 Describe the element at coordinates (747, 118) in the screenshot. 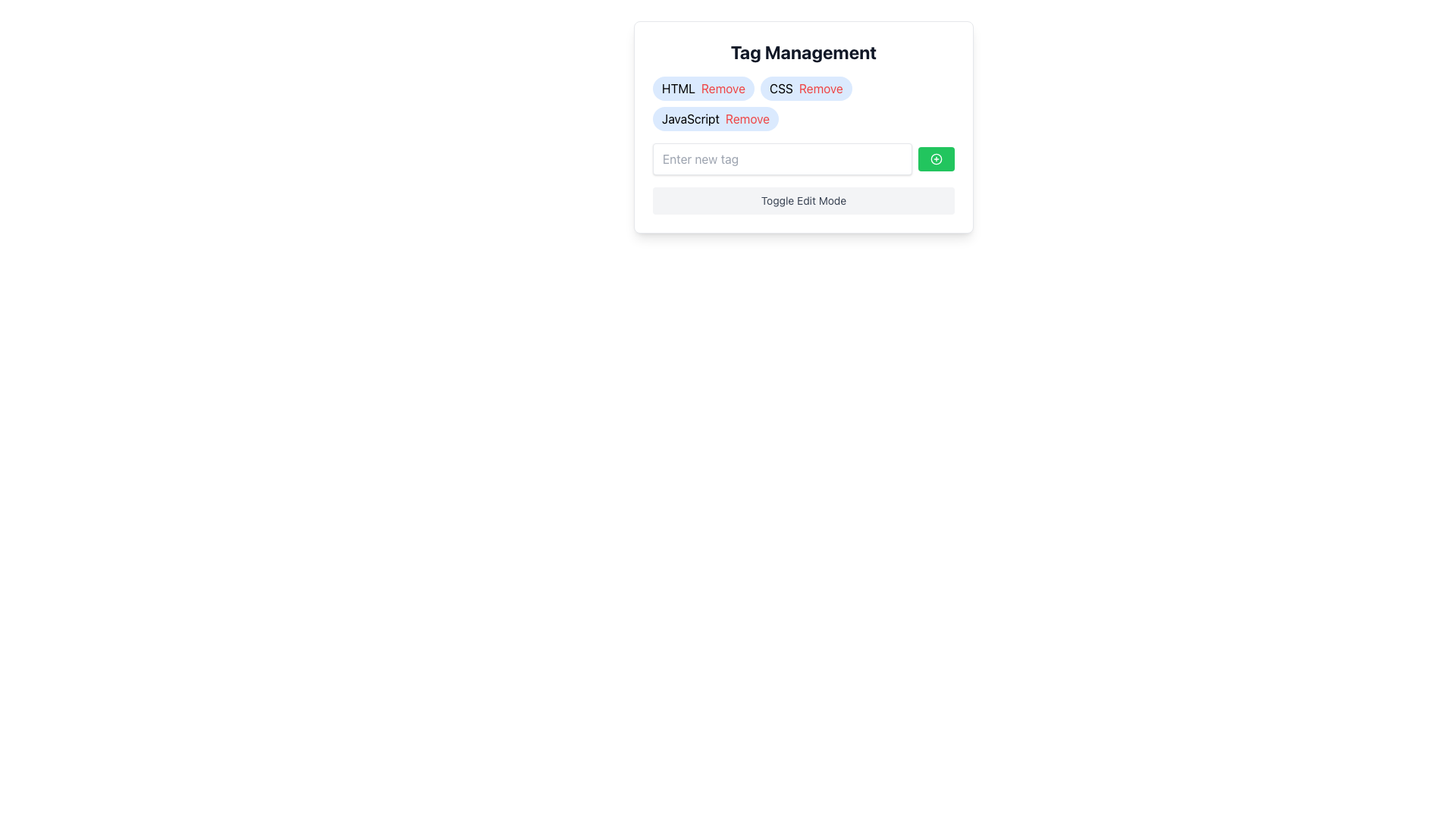

I see `the 'Remove' button styled in red font within the 'JavaScript' tag in the 'Tag Management' section to trigger its hover effect` at that location.